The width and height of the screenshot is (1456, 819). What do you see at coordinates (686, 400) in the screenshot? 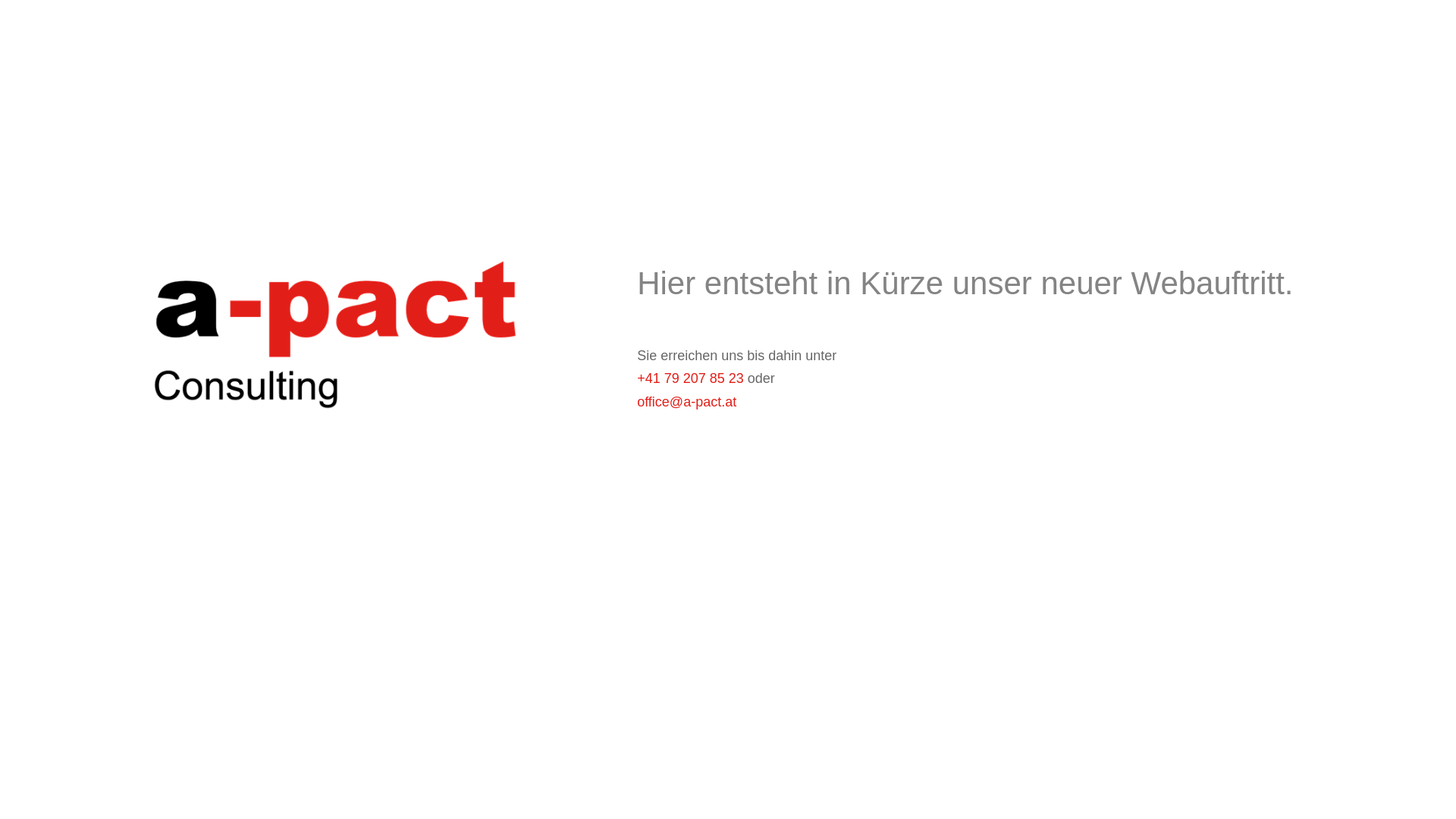
I see `'office@a-pact.at'` at bounding box center [686, 400].